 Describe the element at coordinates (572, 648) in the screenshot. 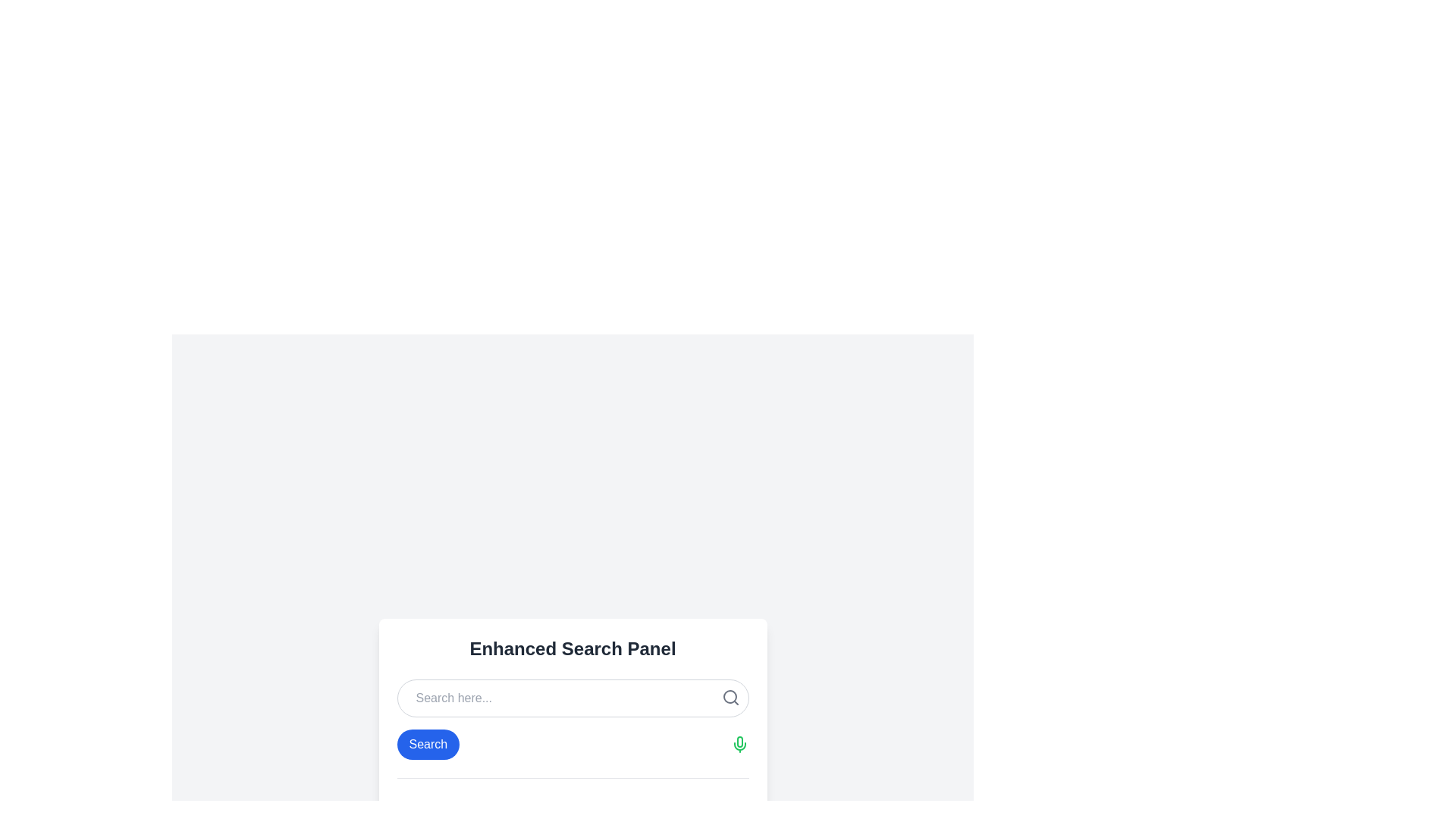

I see `the Text Label (Header) that serves as a descriptive title for the panel below it, indicating the functionality of the section it represents` at that location.